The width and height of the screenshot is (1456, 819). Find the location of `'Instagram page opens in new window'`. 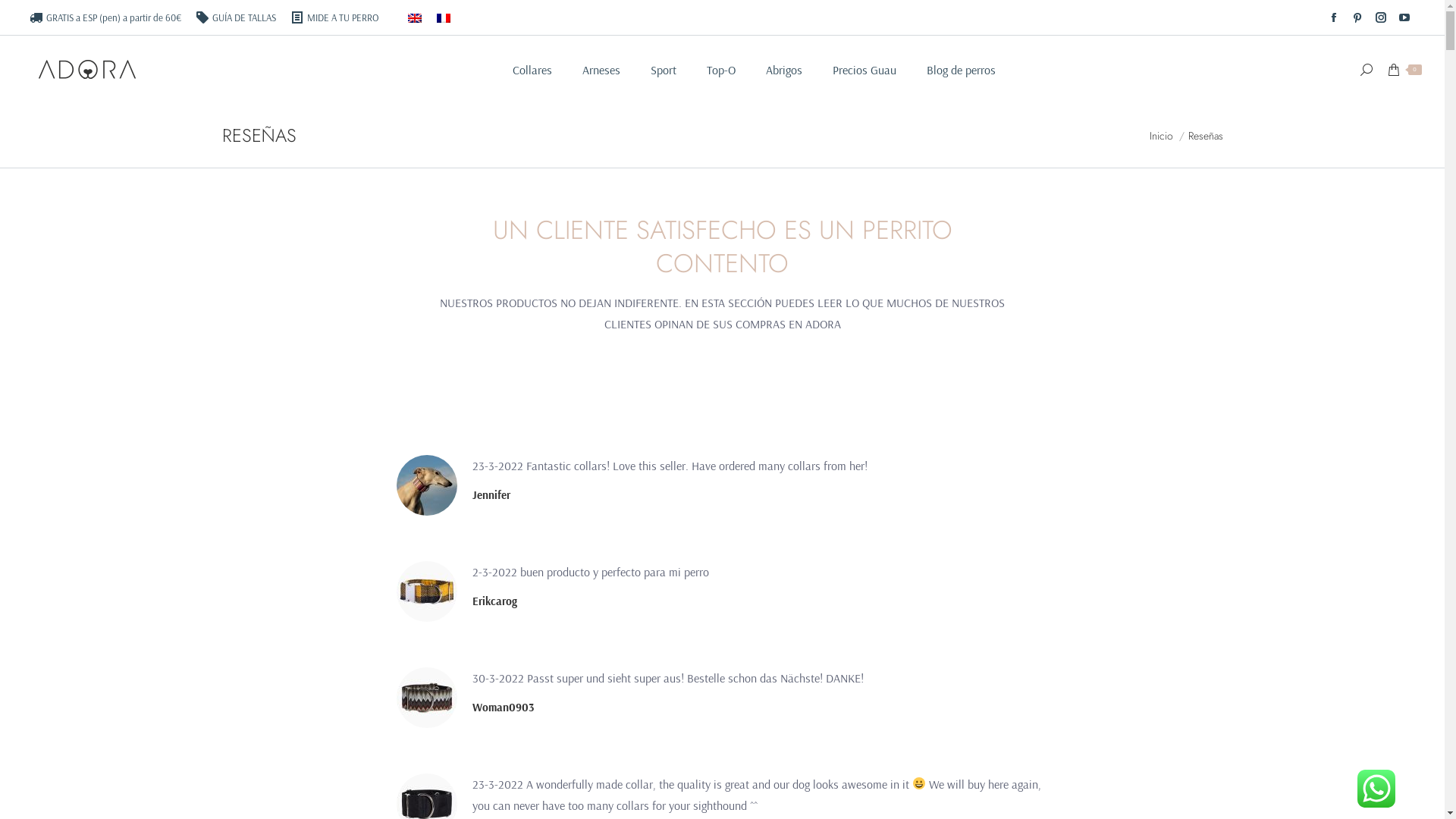

'Instagram page opens in new window' is located at coordinates (1371, 17).